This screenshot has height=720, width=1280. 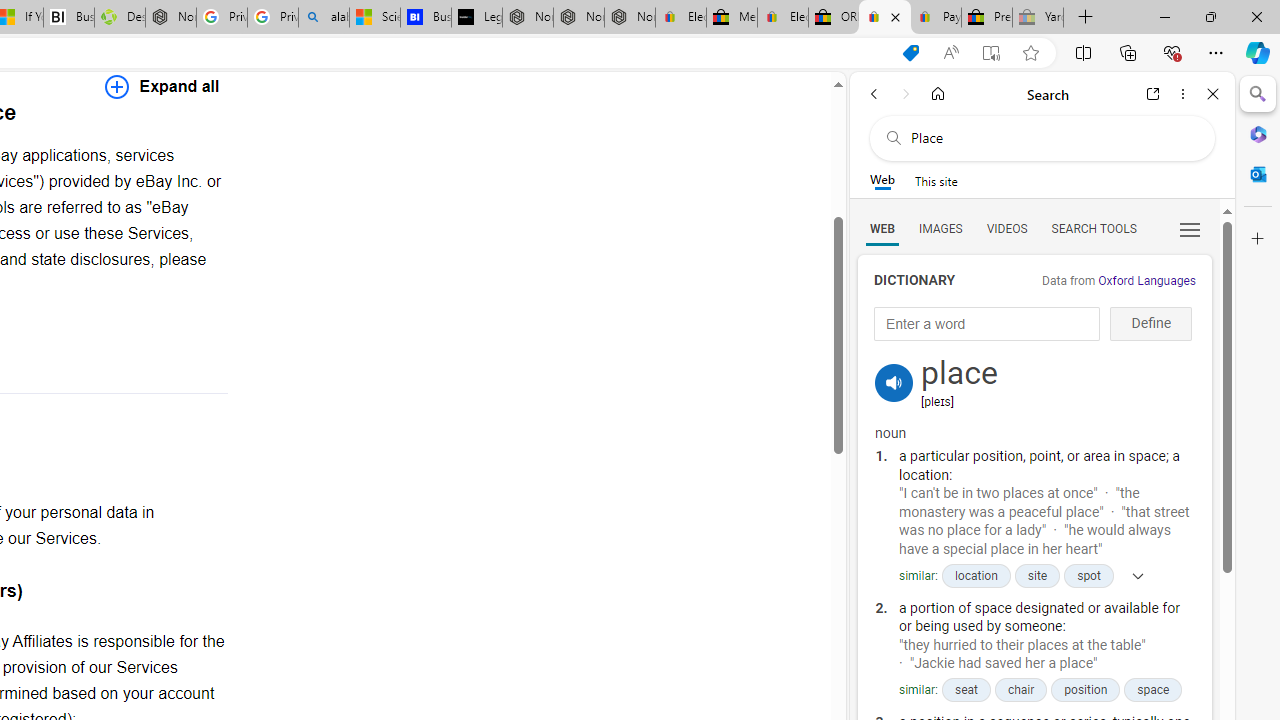 What do you see at coordinates (939, 227) in the screenshot?
I see `'IMAGES'` at bounding box center [939, 227].